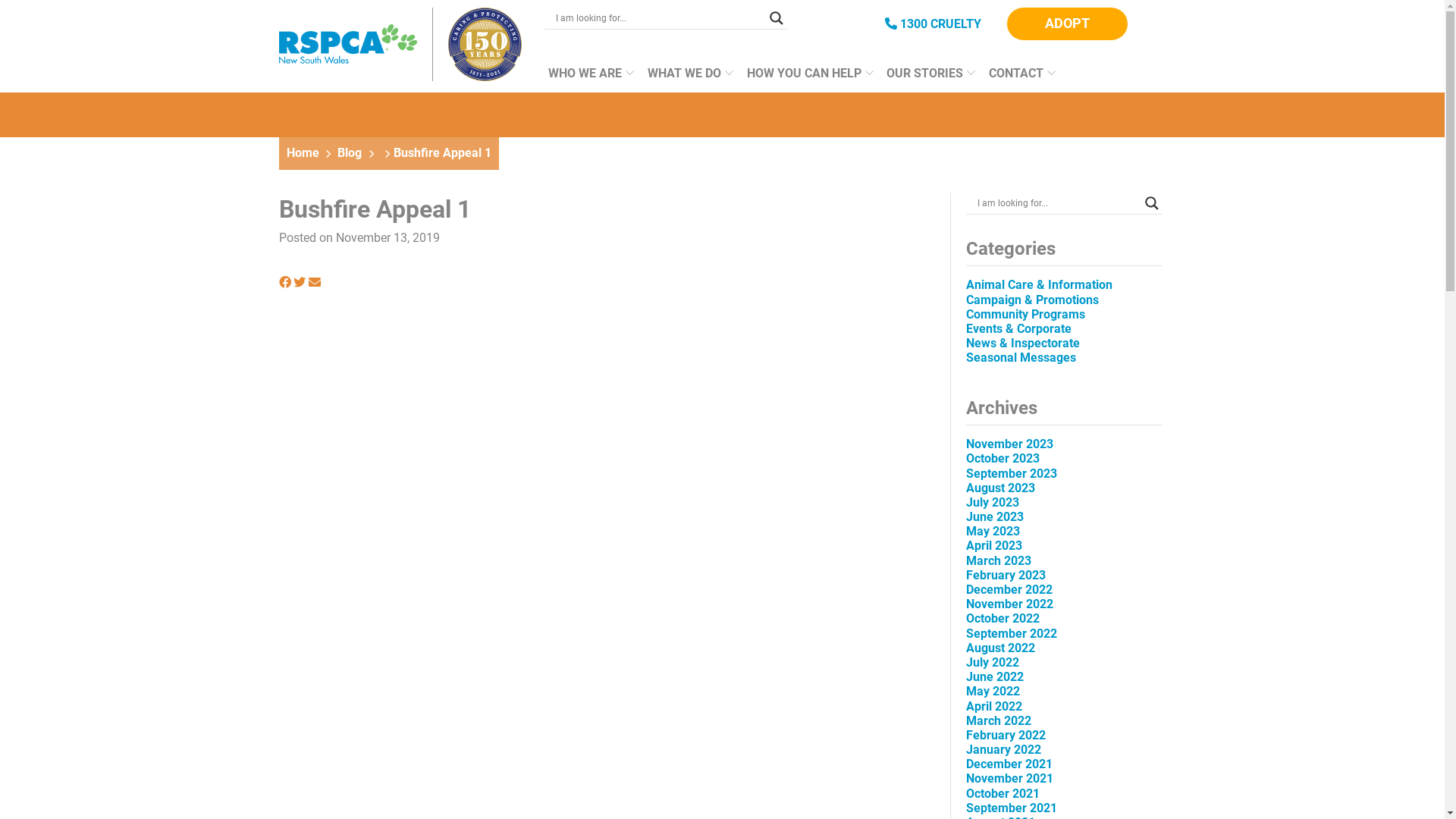 The image size is (1456, 819). What do you see at coordinates (965, 807) in the screenshot?
I see `'September 2021'` at bounding box center [965, 807].